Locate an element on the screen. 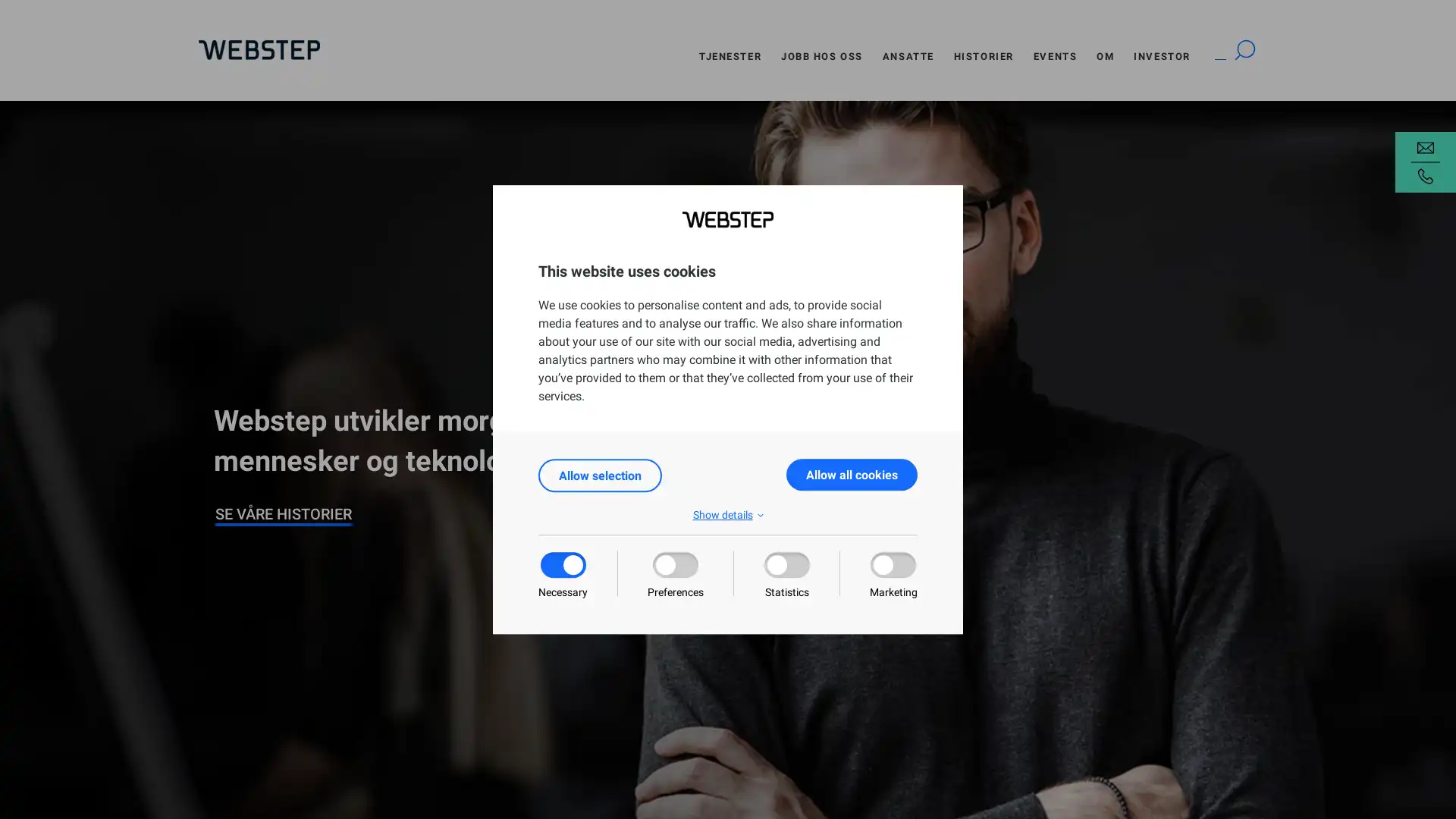  Allow all cookies is located at coordinates (852, 473).